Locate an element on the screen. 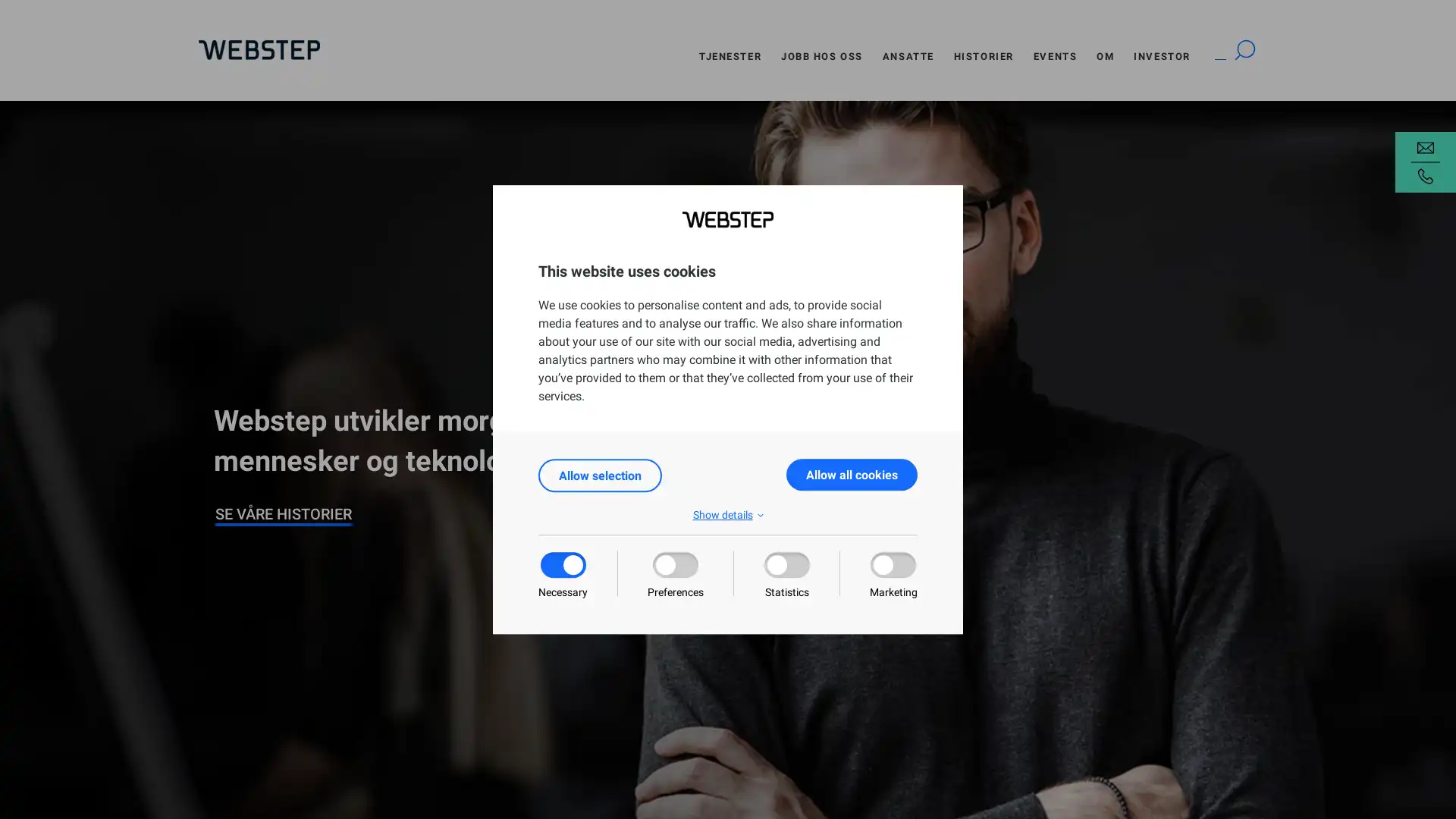  Allow all cookies is located at coordinates (852, 473).